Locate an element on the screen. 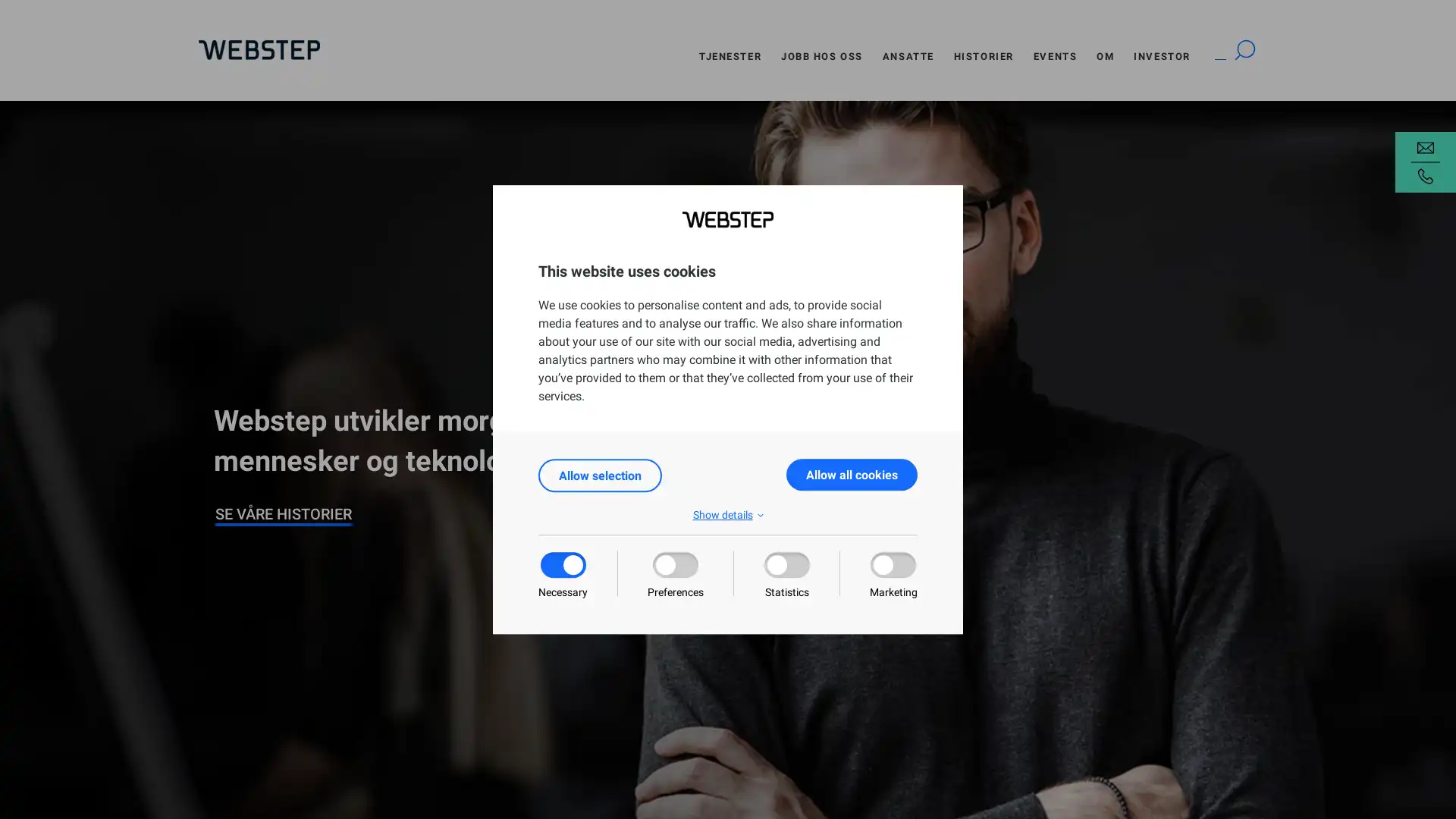  Allow all cookies is located at coordinates (852, 473).